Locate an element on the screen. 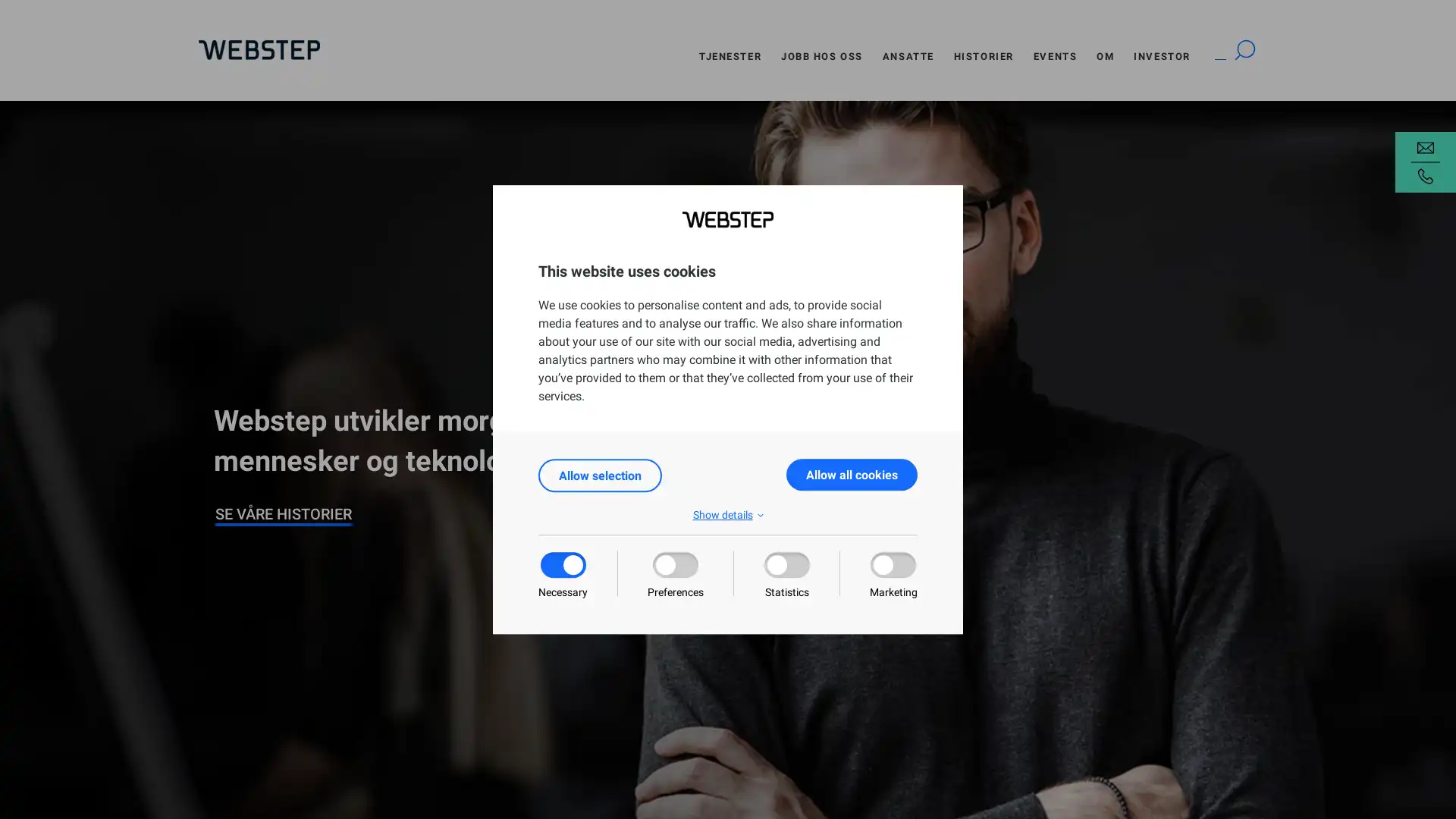  Allow all cookies is located at coordinates (852, 473).